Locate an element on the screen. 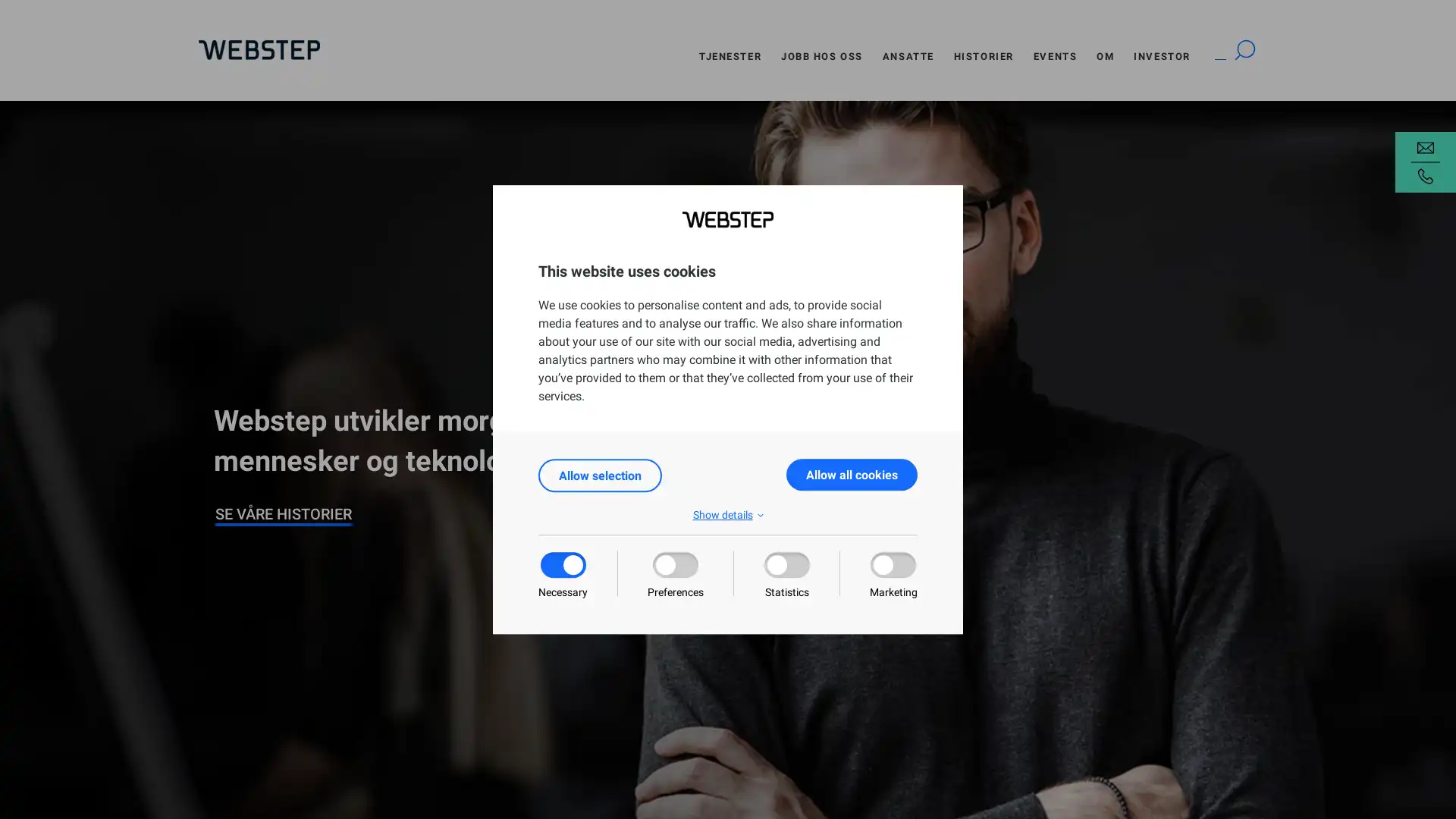  Allow all cookies is located at coordinates (852, 473).